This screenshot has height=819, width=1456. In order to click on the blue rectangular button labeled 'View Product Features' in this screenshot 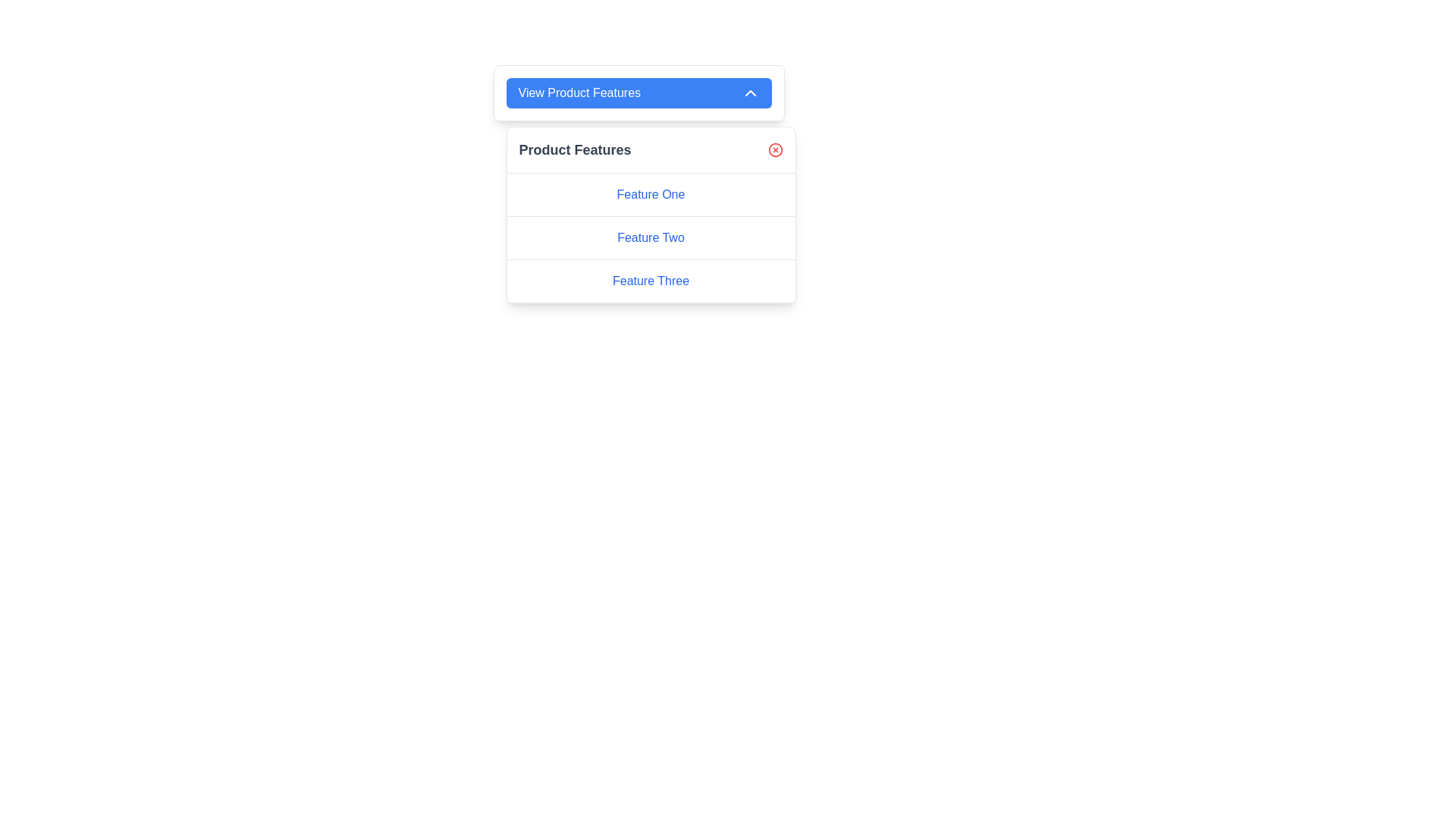, I will do `click(639, 93)`.